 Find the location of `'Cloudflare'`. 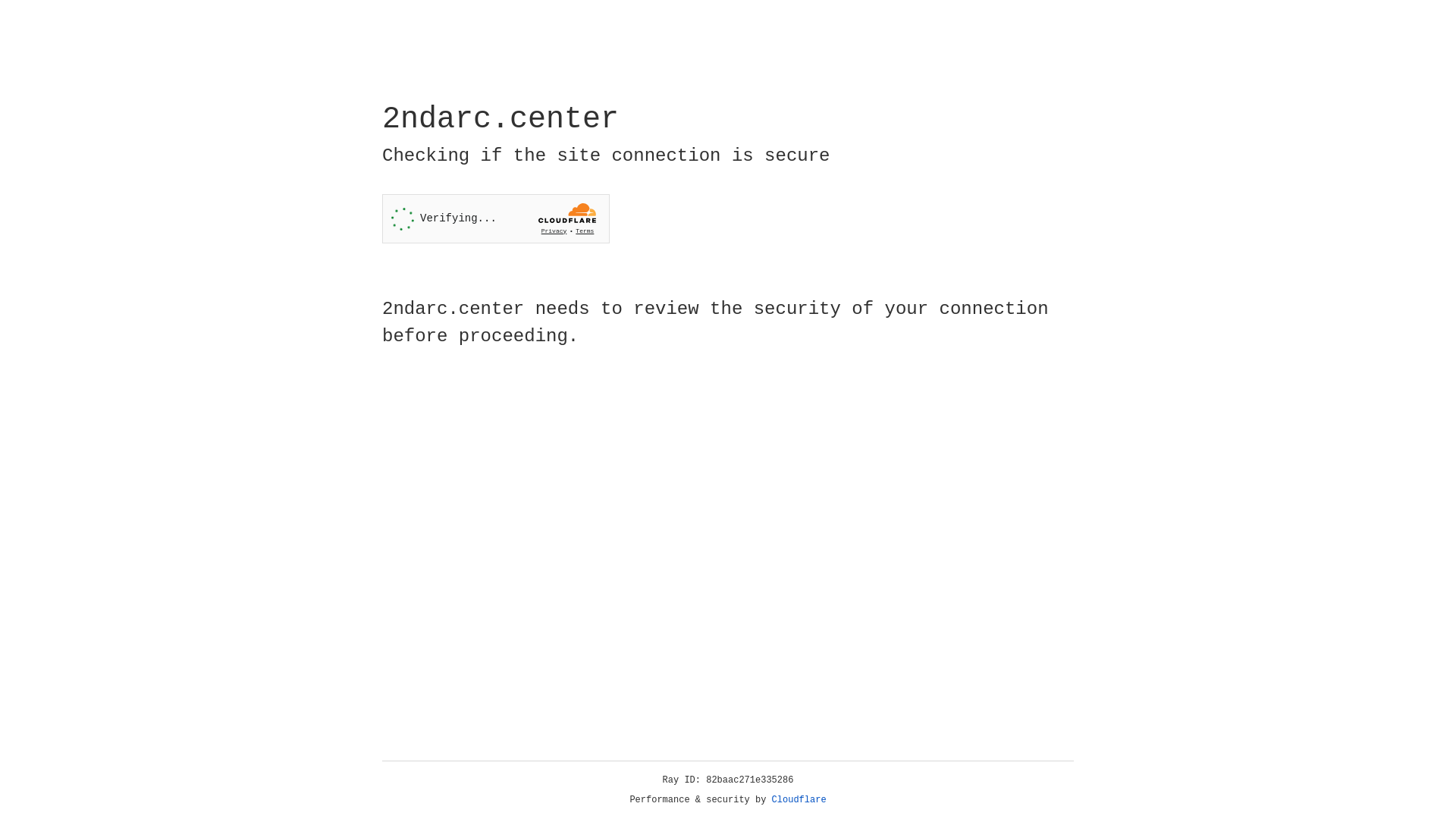

'Cloudflare' is located at coordinates (799, 799).